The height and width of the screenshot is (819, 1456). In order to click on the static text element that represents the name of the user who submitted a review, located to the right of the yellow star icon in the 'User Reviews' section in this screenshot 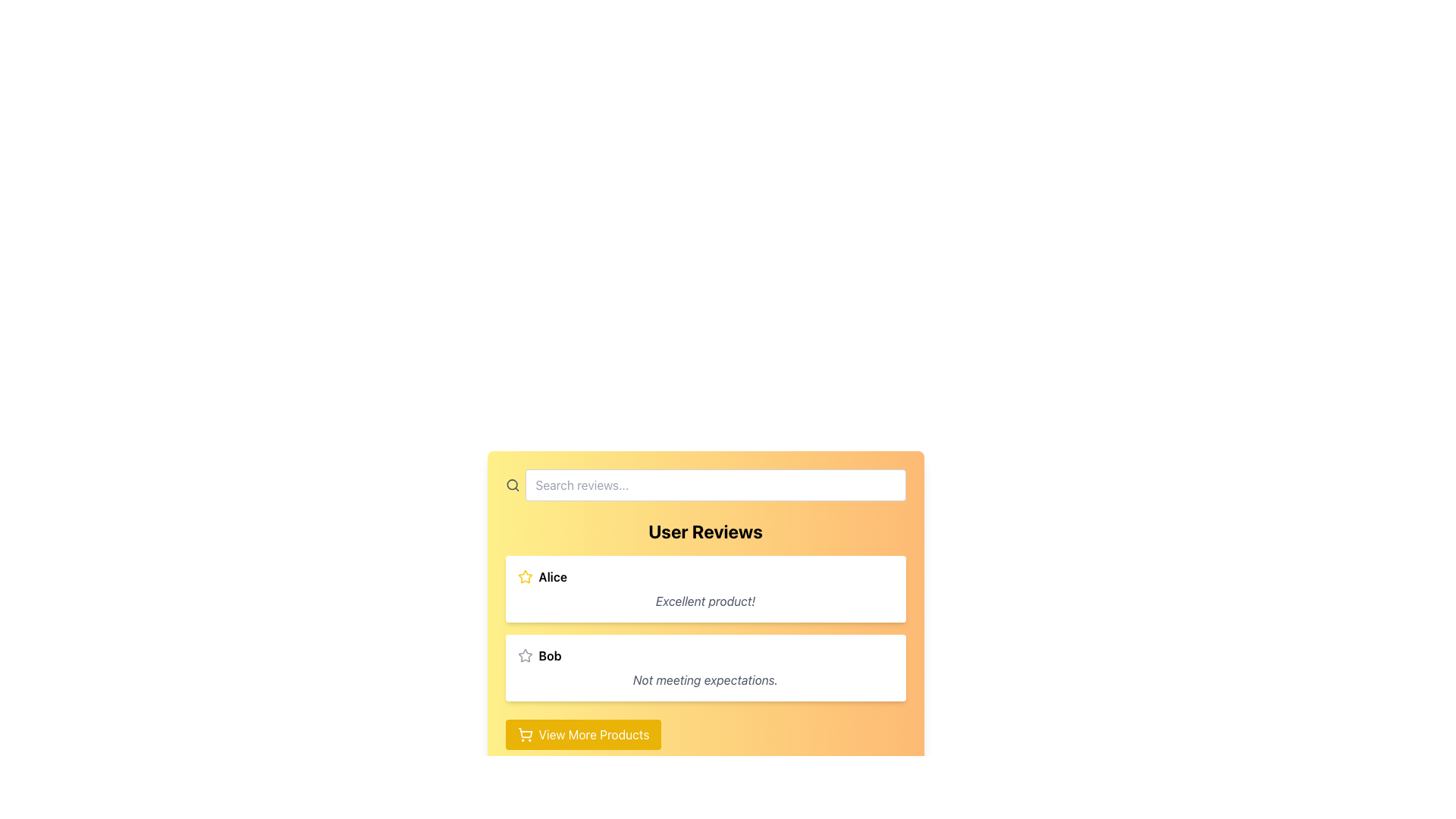, I will do `click(552, 576)`.